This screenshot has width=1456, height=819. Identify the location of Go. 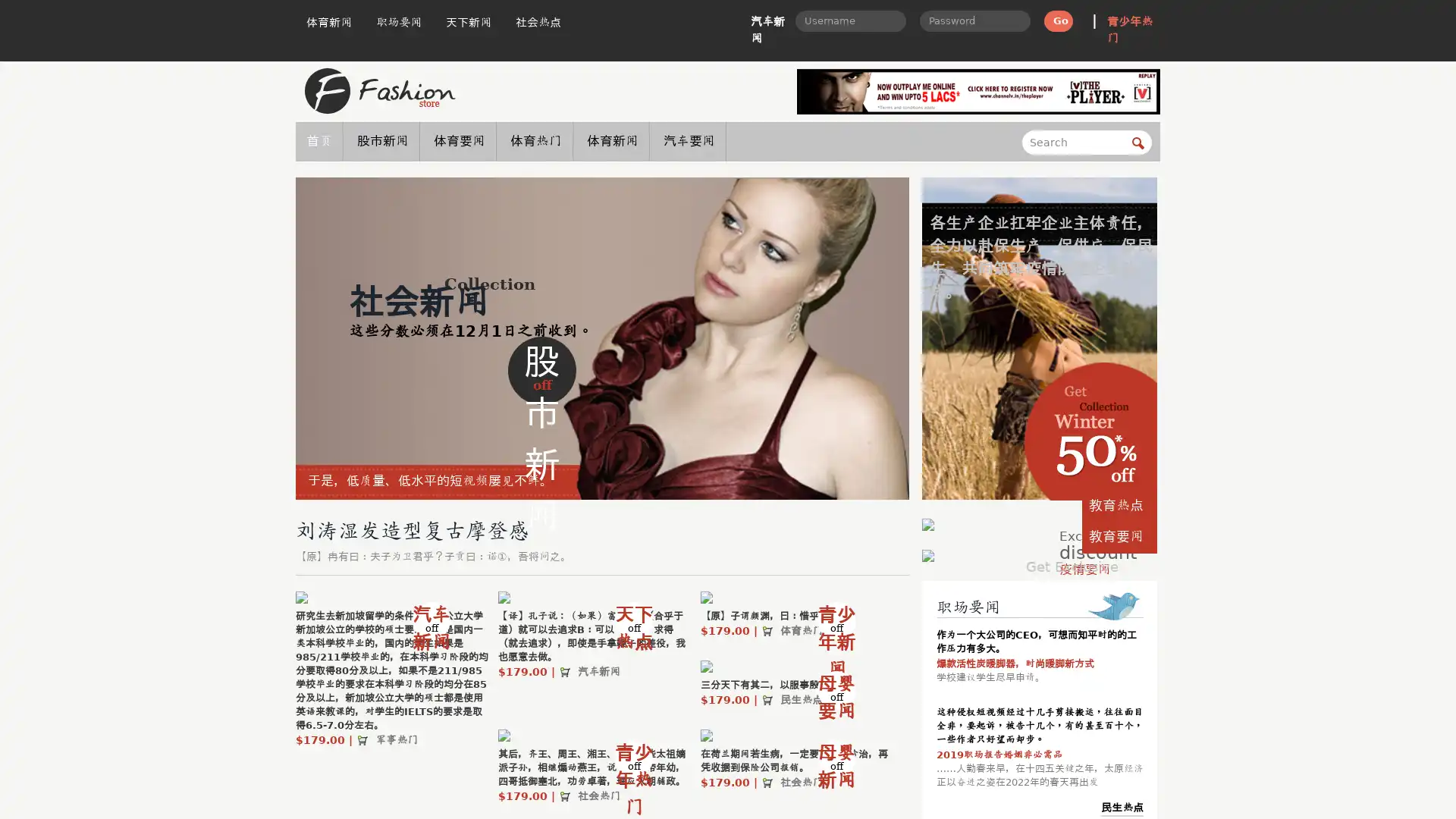
(1057, 20).